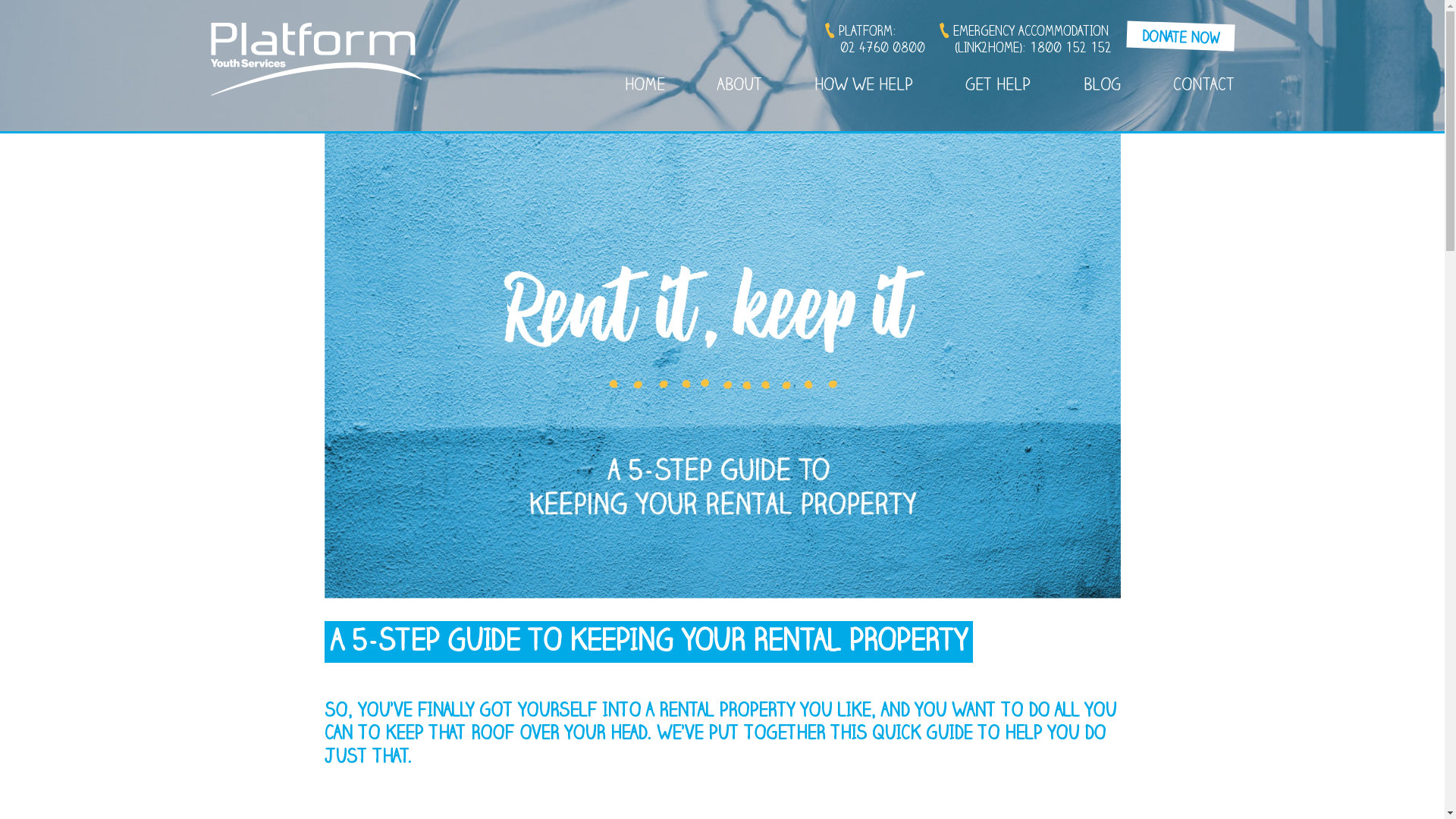  What do you see at coordinates (1172, 87) in the screenshot?
I see `'CONTACT'` at bounding box center [1172, 87].